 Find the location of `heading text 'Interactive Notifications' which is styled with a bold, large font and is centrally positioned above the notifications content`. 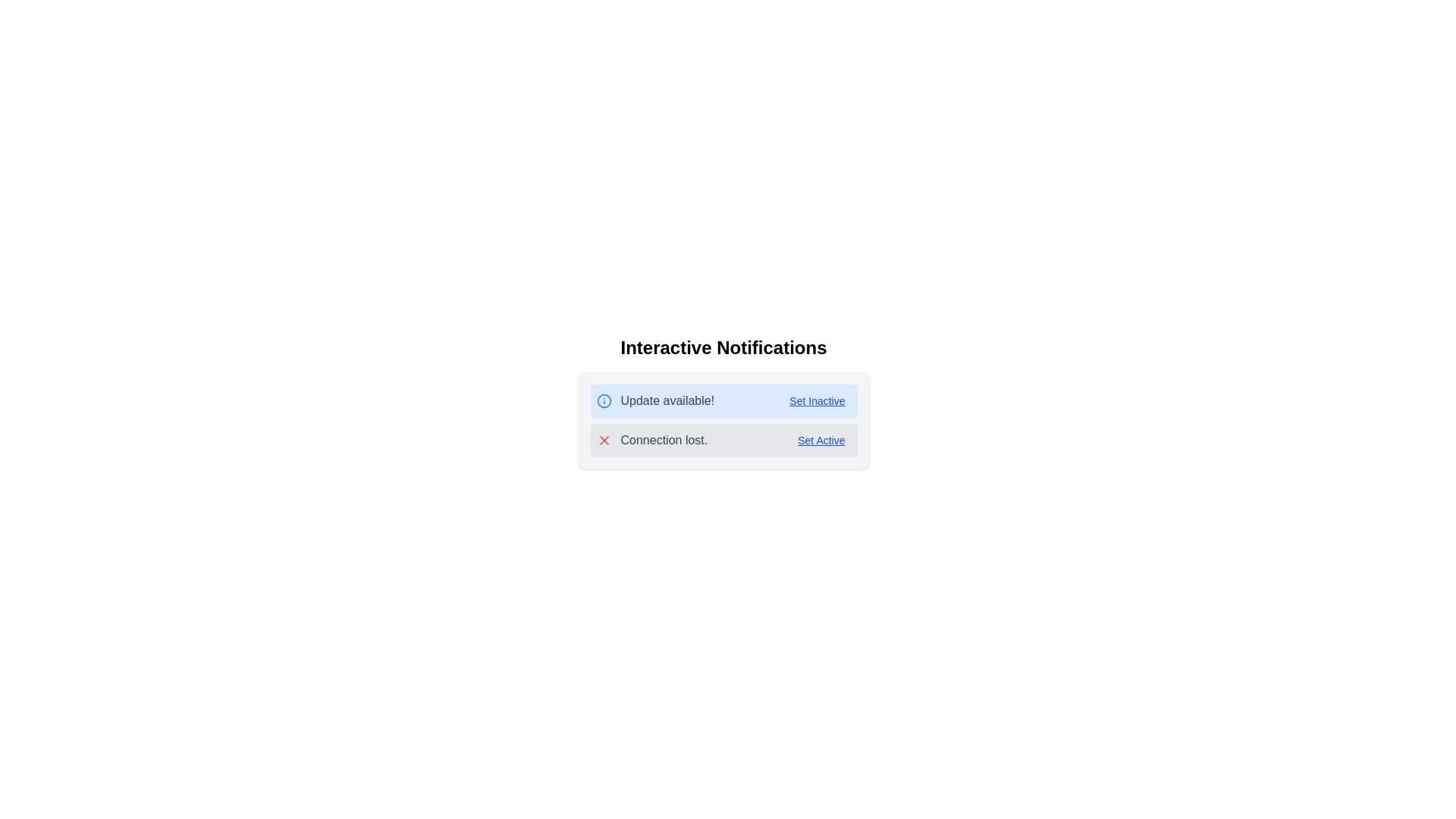

heading text 'Interactive Notifications' which is styled with a bold, large font and is centrally positioned above the notifications content is located at coordinates (723, 348).